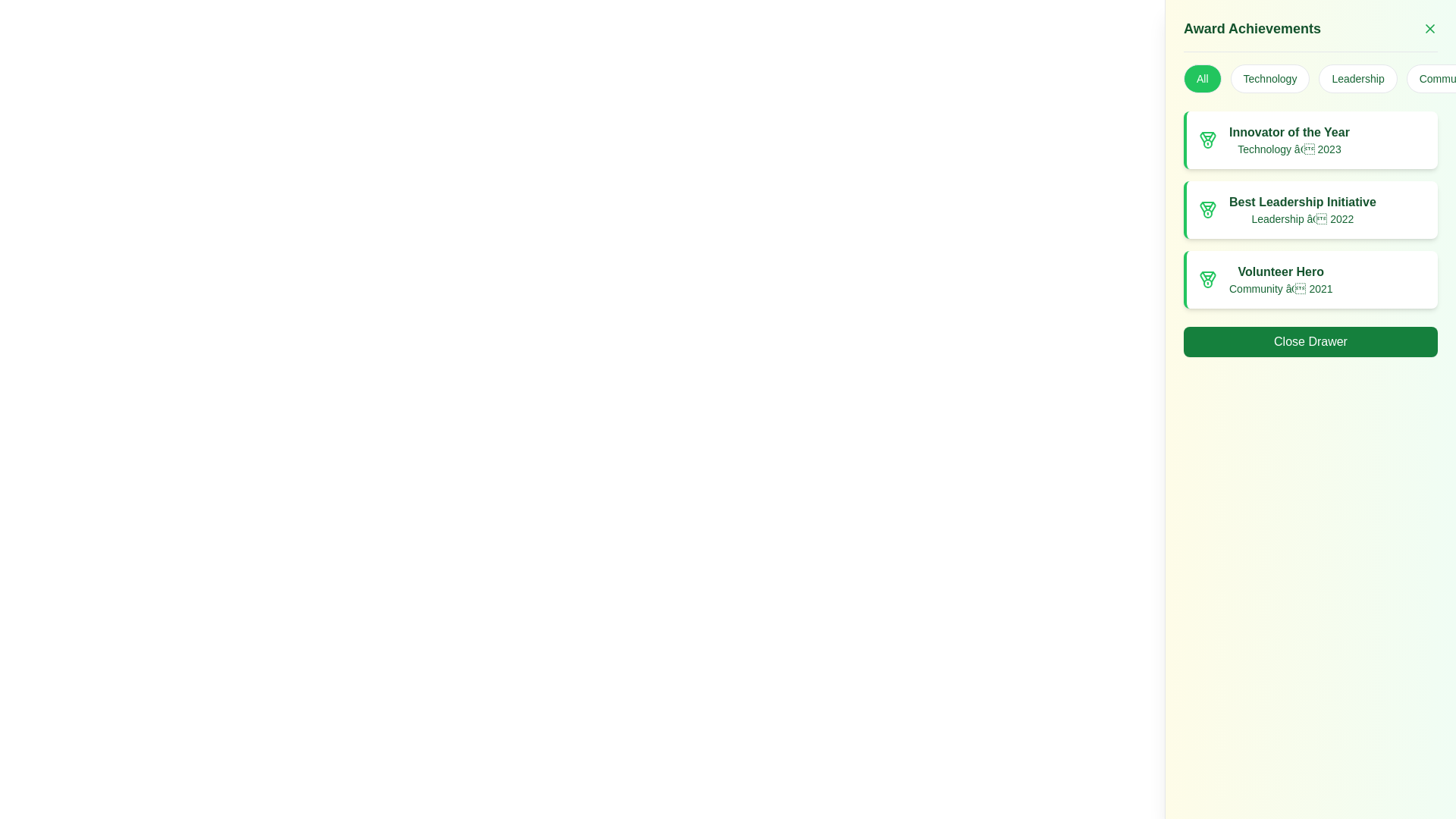  I want to click on SVG circle element representing the central part of the third medal in the award list by clicking on its center, so click(1207, 284).